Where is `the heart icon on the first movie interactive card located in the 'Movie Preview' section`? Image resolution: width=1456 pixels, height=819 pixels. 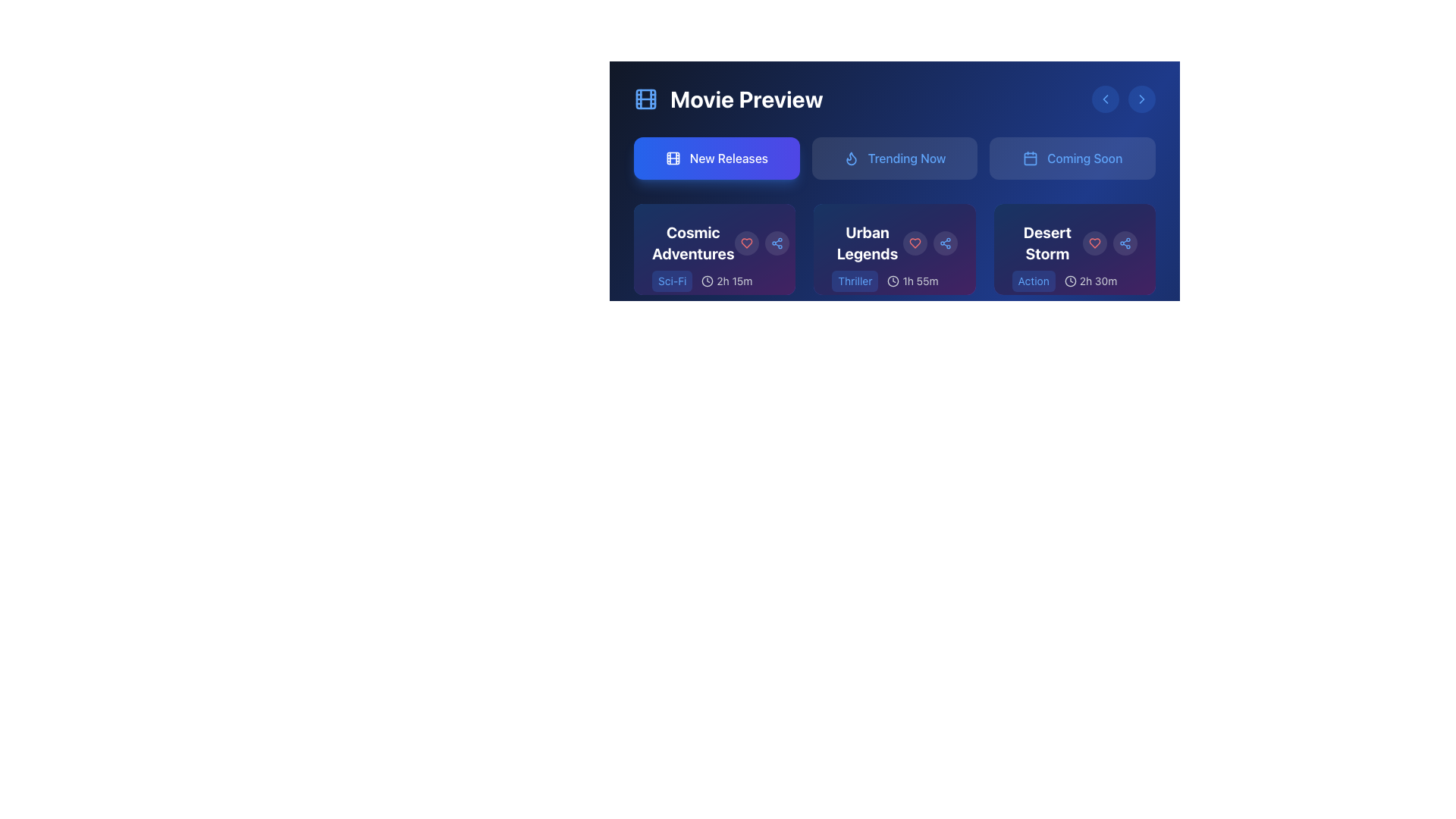 the heart icon on the first movie interactive card located in the 'Movie Preview' section is located at coordinates (714, 248).